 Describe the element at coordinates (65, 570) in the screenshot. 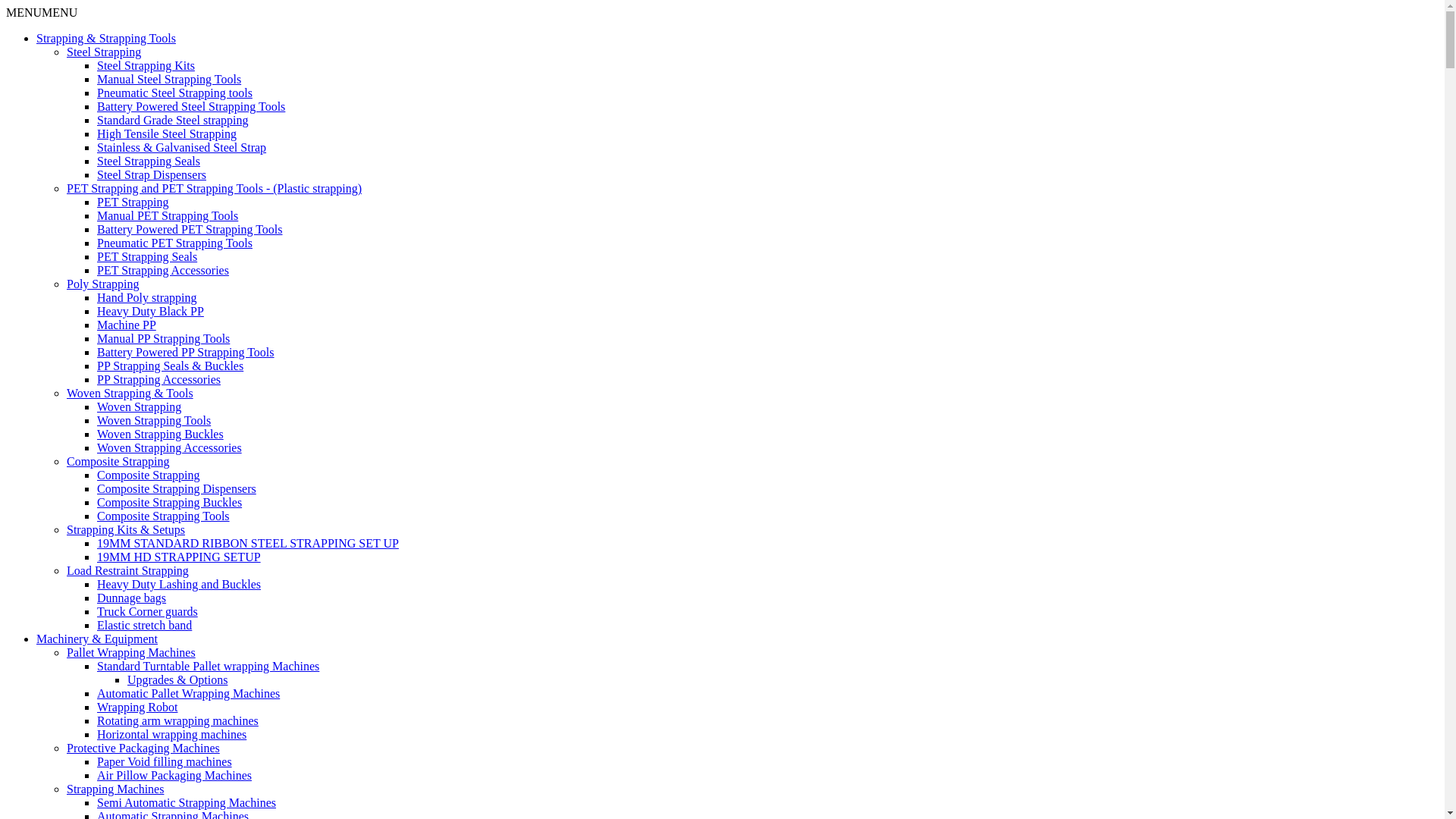

I see `'Load Restraint Strapping'` at that location.